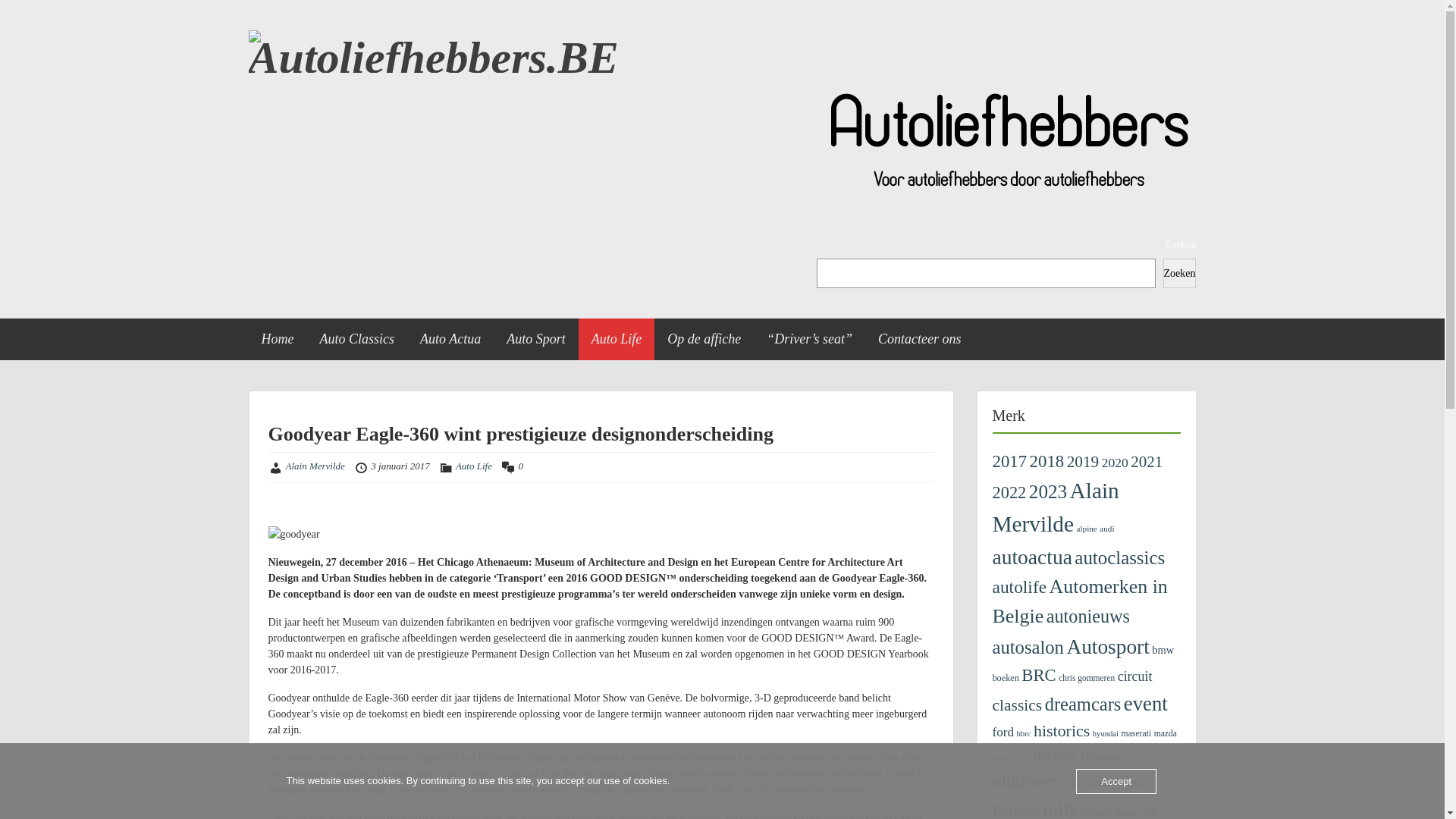 Image resolution: width=1456 pixels, height=819 pixels. I want to click on 'autonieuws', so click(1087, 616).